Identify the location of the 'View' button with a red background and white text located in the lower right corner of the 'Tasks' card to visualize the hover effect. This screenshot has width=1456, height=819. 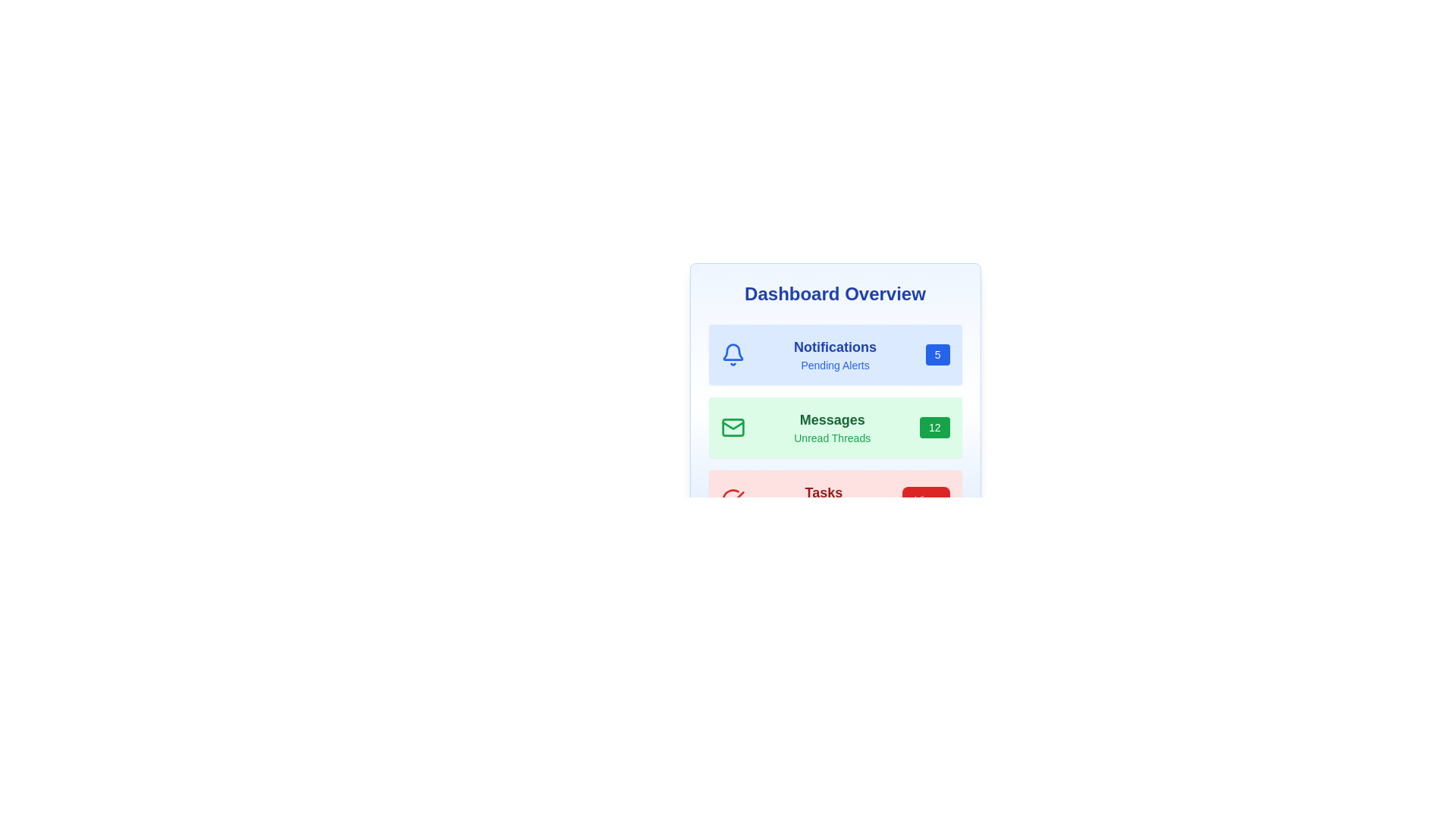
(925, 500).